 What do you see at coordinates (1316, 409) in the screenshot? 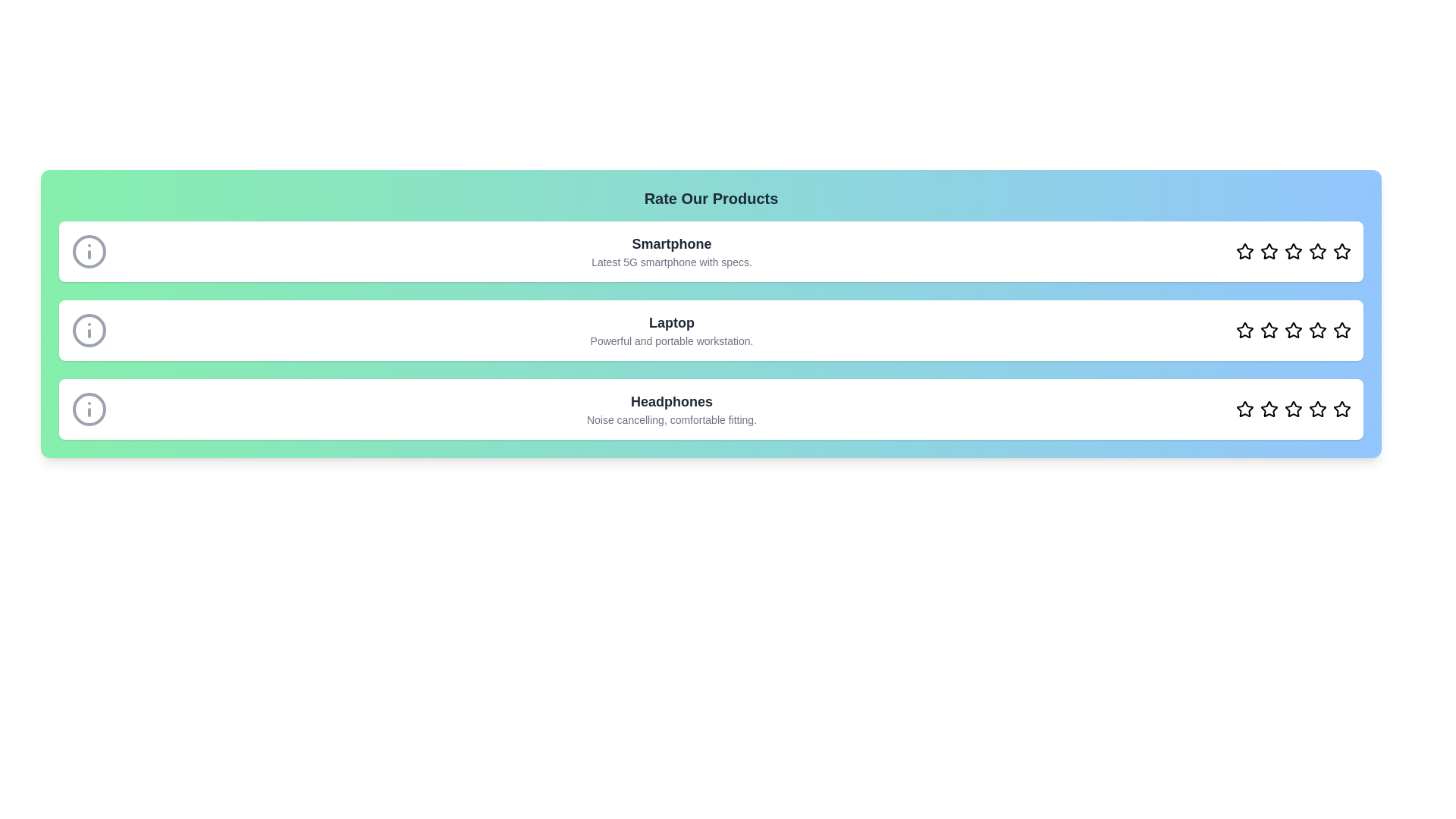
I see `the fifth star icon in the rating row for the 'Headphones' section` at bounding box center [1316, 409].